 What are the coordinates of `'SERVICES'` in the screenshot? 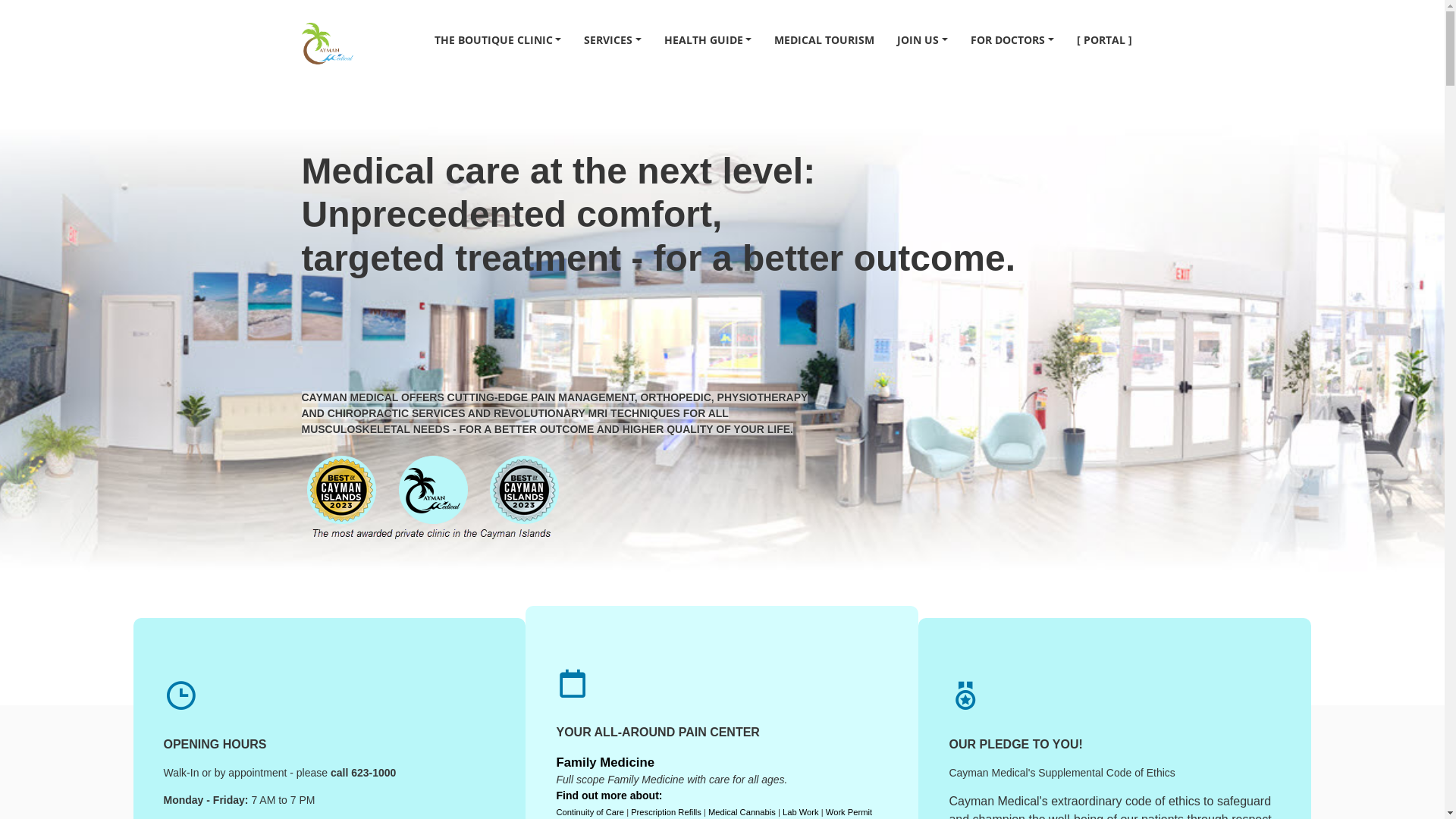 It's located at (571, 39).